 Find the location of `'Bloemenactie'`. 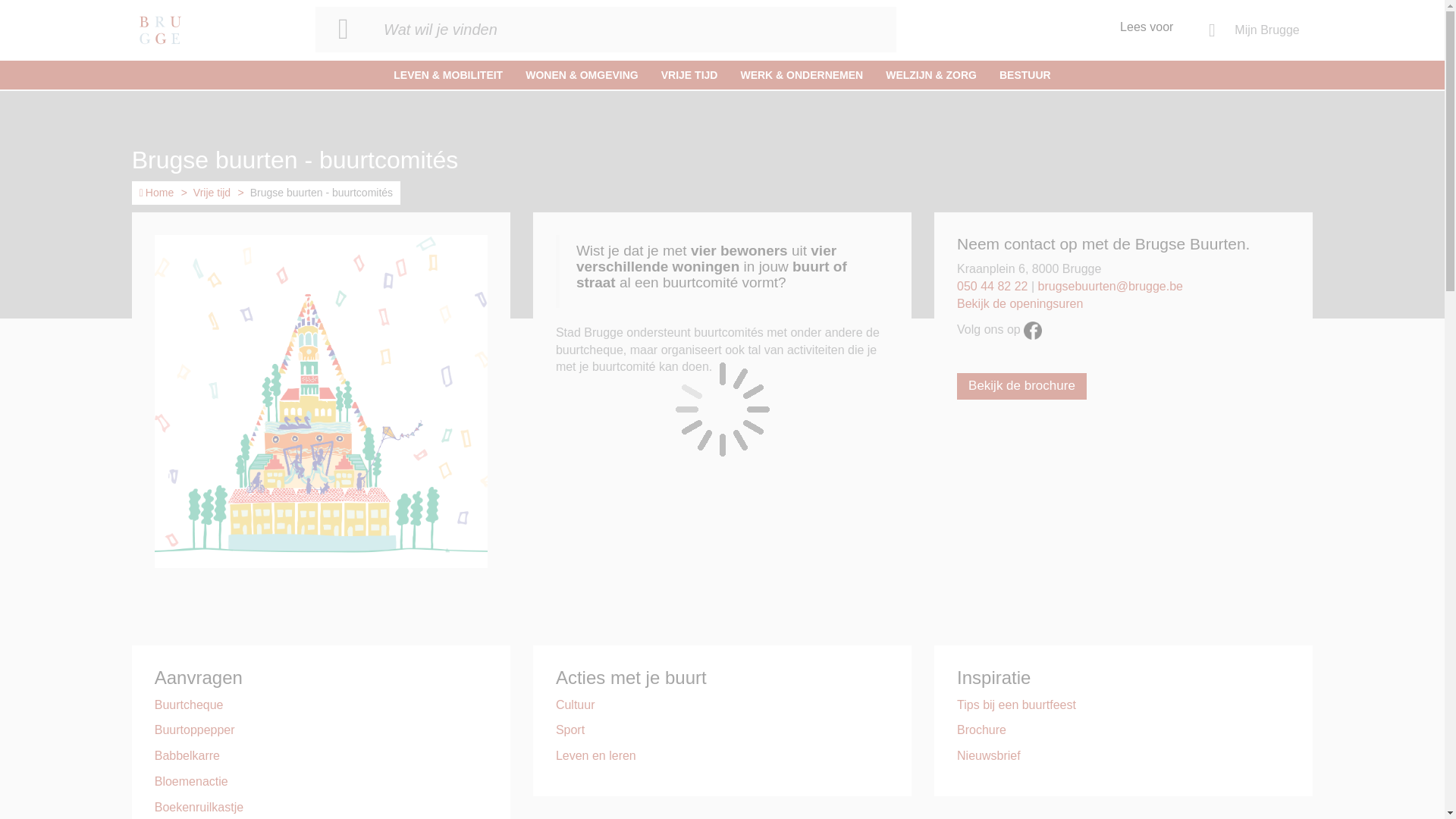

'Bloemenactie' is located at coordinates (190, 781).